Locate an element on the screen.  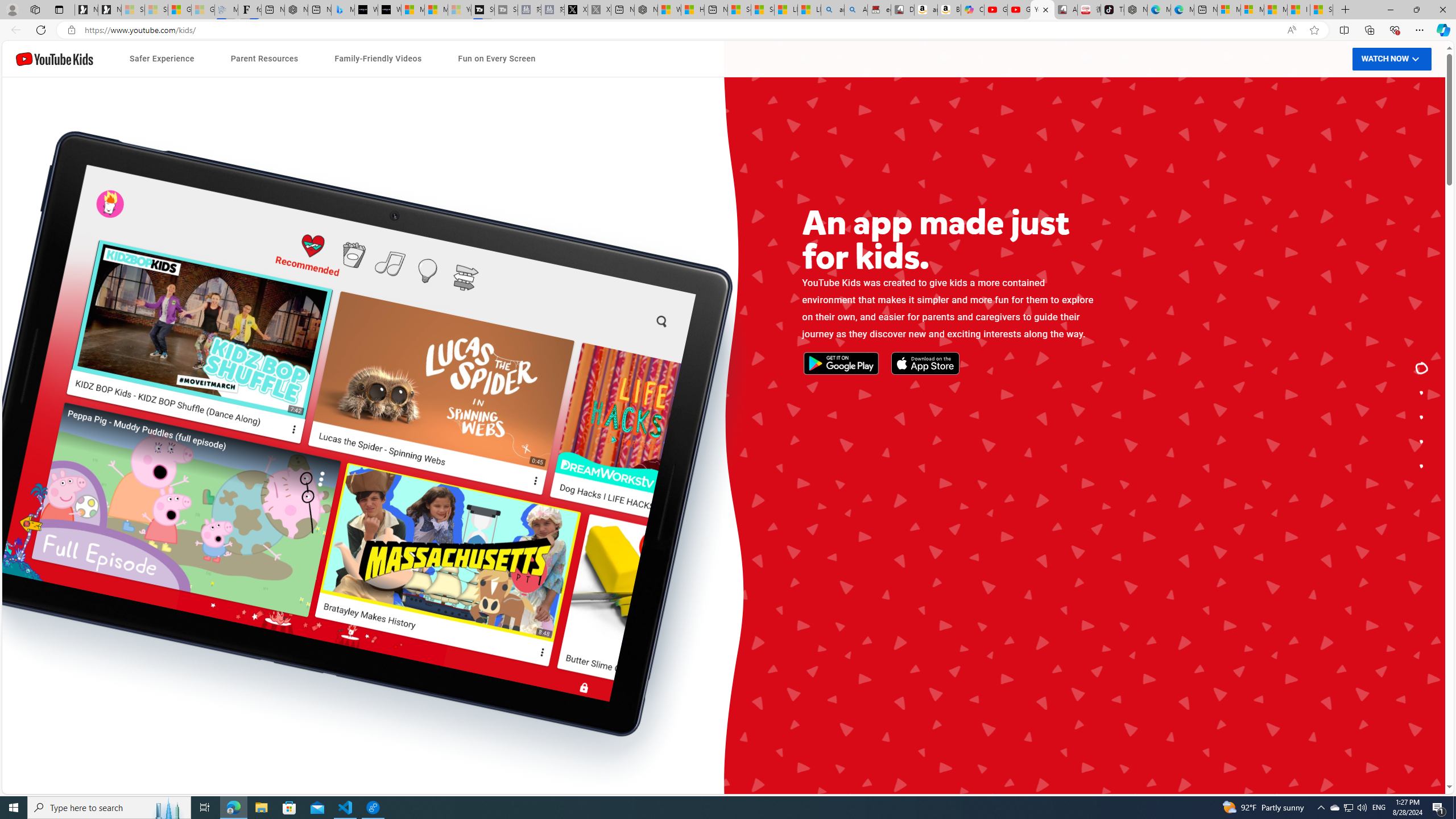
'WATCH NOW' is located at coordinates (1391, 59).